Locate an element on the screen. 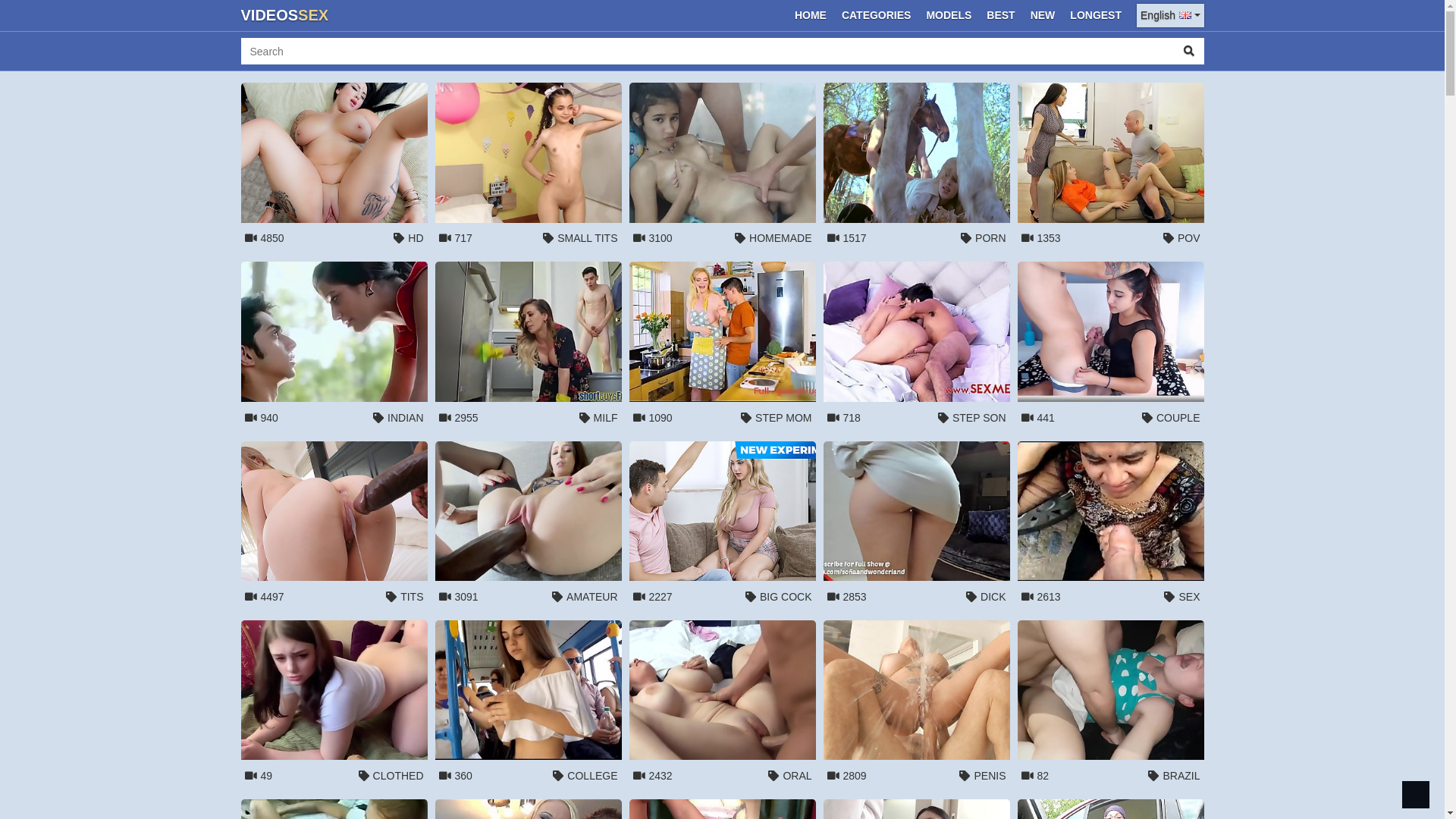  'BEST' is located at coordinates (1000, 15).